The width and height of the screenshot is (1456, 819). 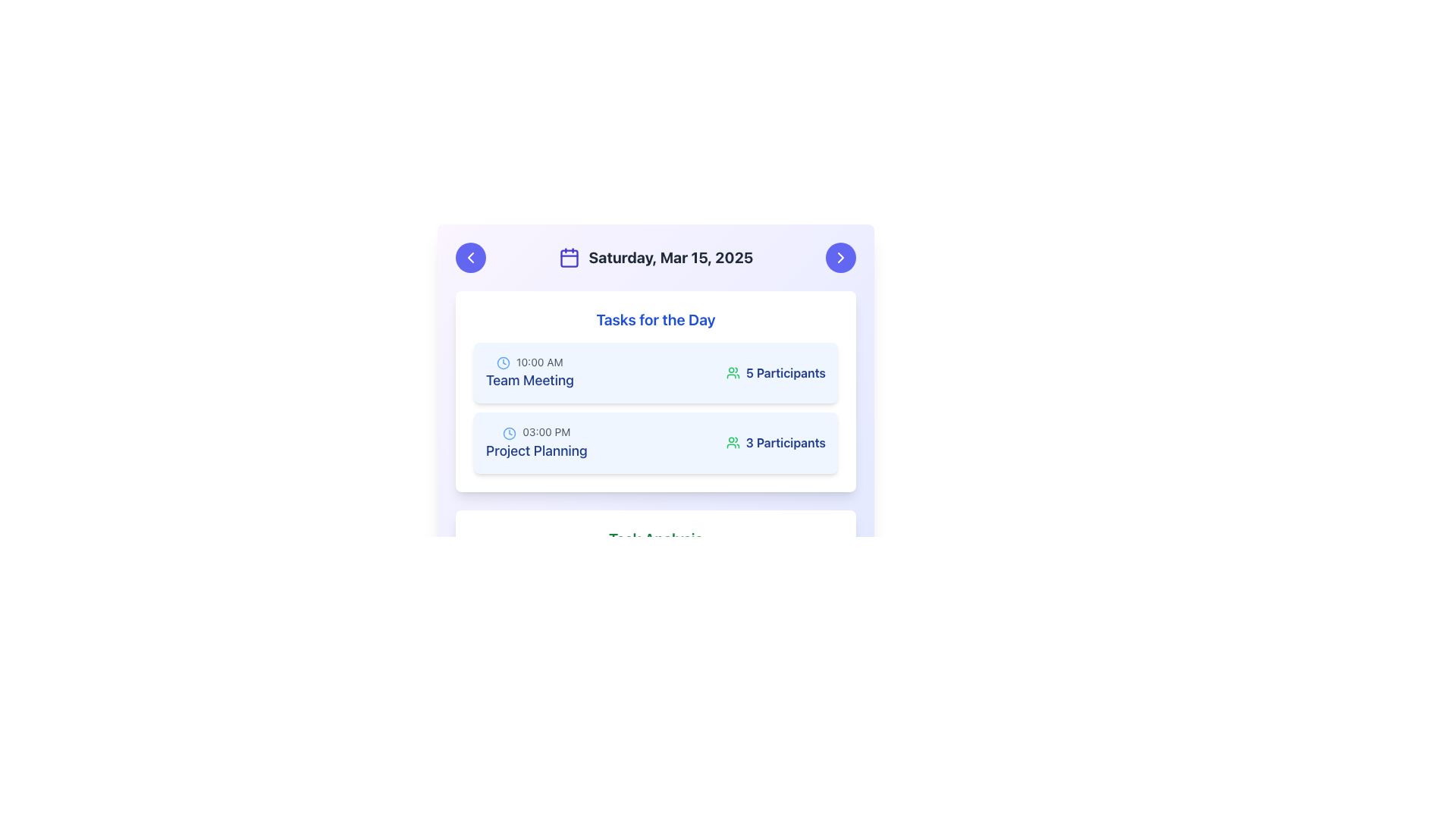 What do you see at coordinates (839, 256) in the screenshot?
I see `the circular indigo button with a rightward arrow icon located at the far right of the header section` at bounding box center [839, 256].